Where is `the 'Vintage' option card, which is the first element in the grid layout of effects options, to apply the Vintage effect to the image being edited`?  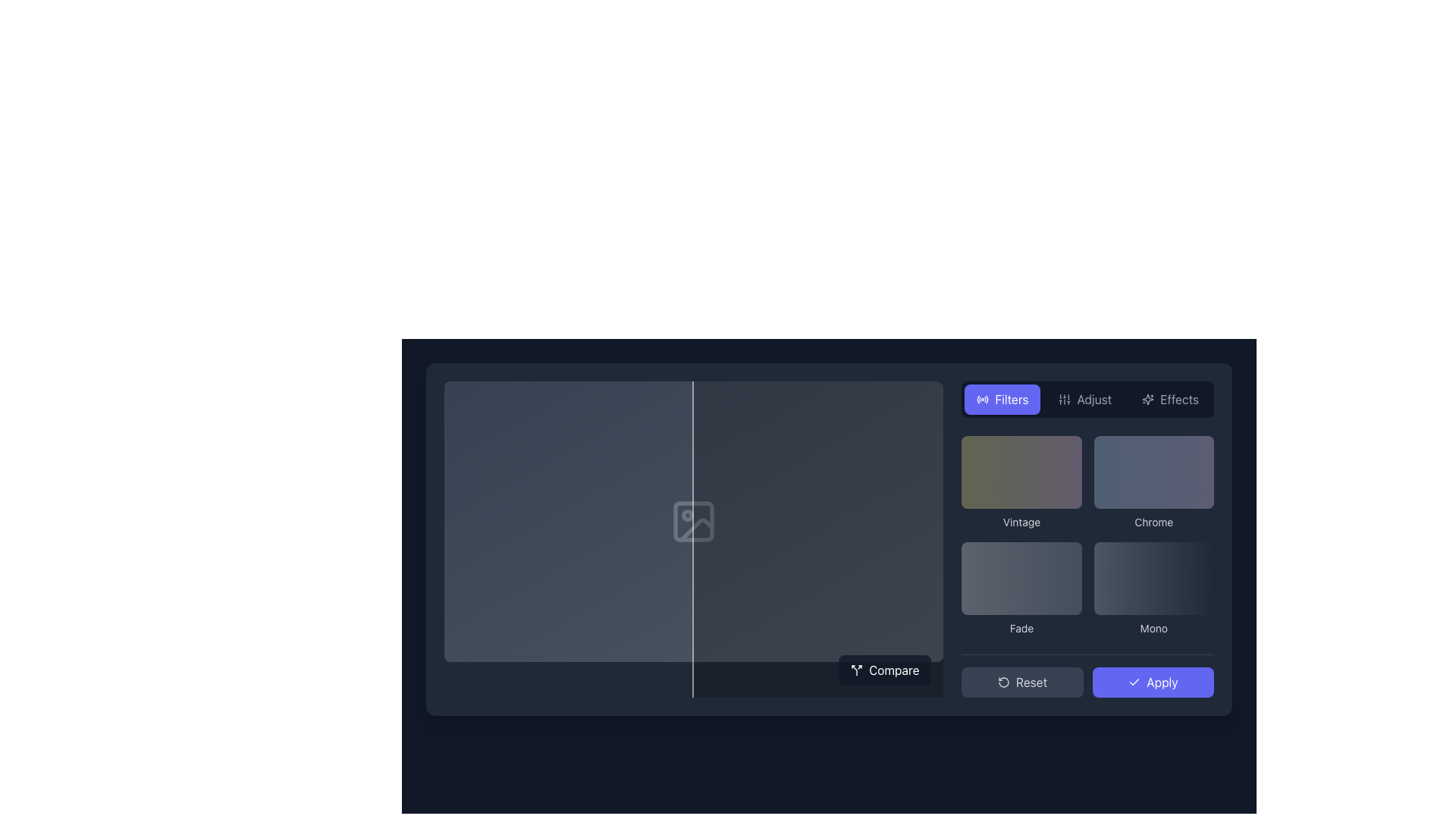 the 'Vintage' option card, which is the first element in the grid layout of effects options, to apply the Vintage effect to the image being edited is located at coordinates (1021, 482).